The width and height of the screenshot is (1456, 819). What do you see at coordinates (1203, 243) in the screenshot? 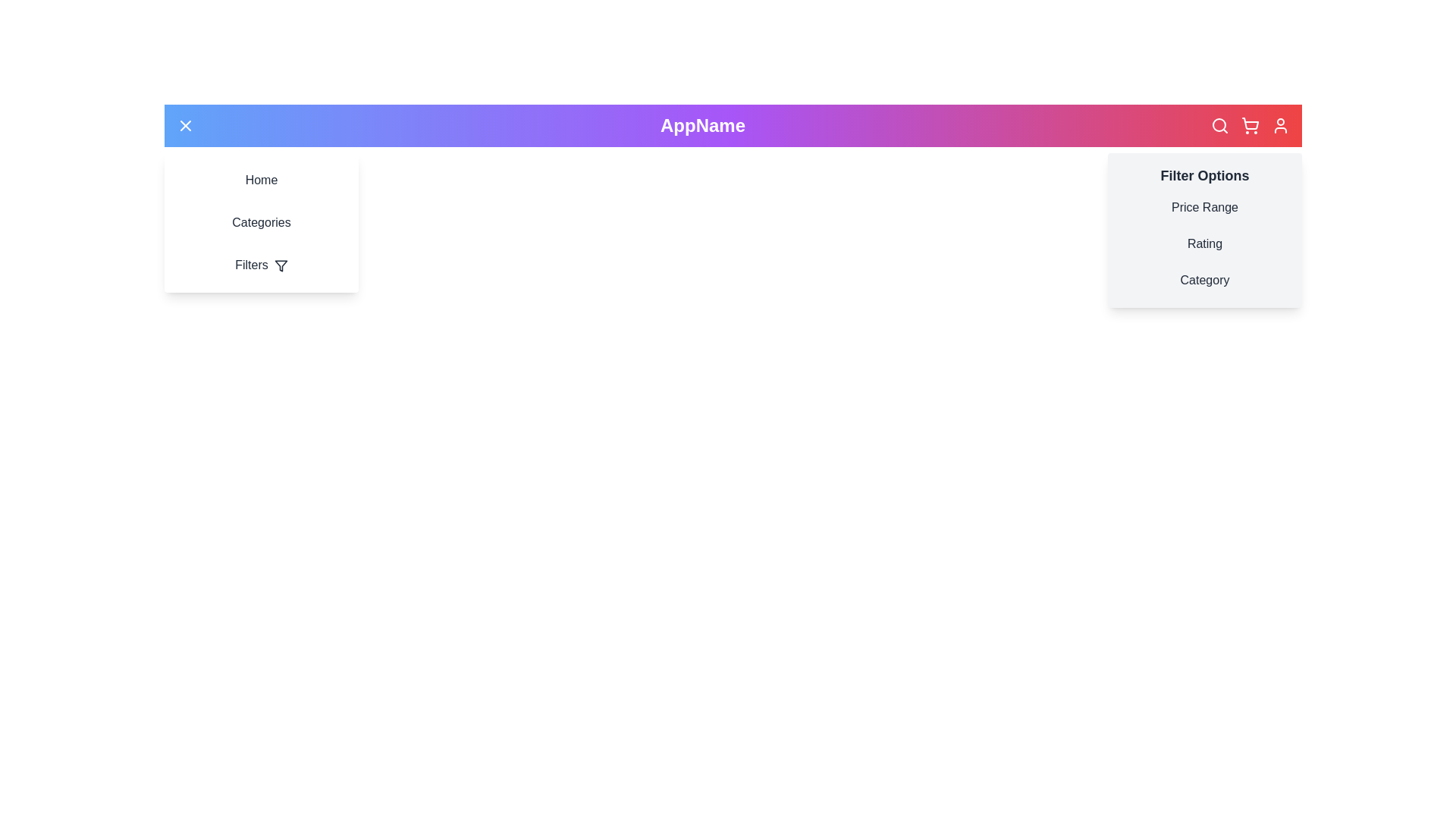
I see `the second menu item 'Rating' in the 'Filter Options' section, which is used for filtering content by rating` at bounding box center [1203, 243].